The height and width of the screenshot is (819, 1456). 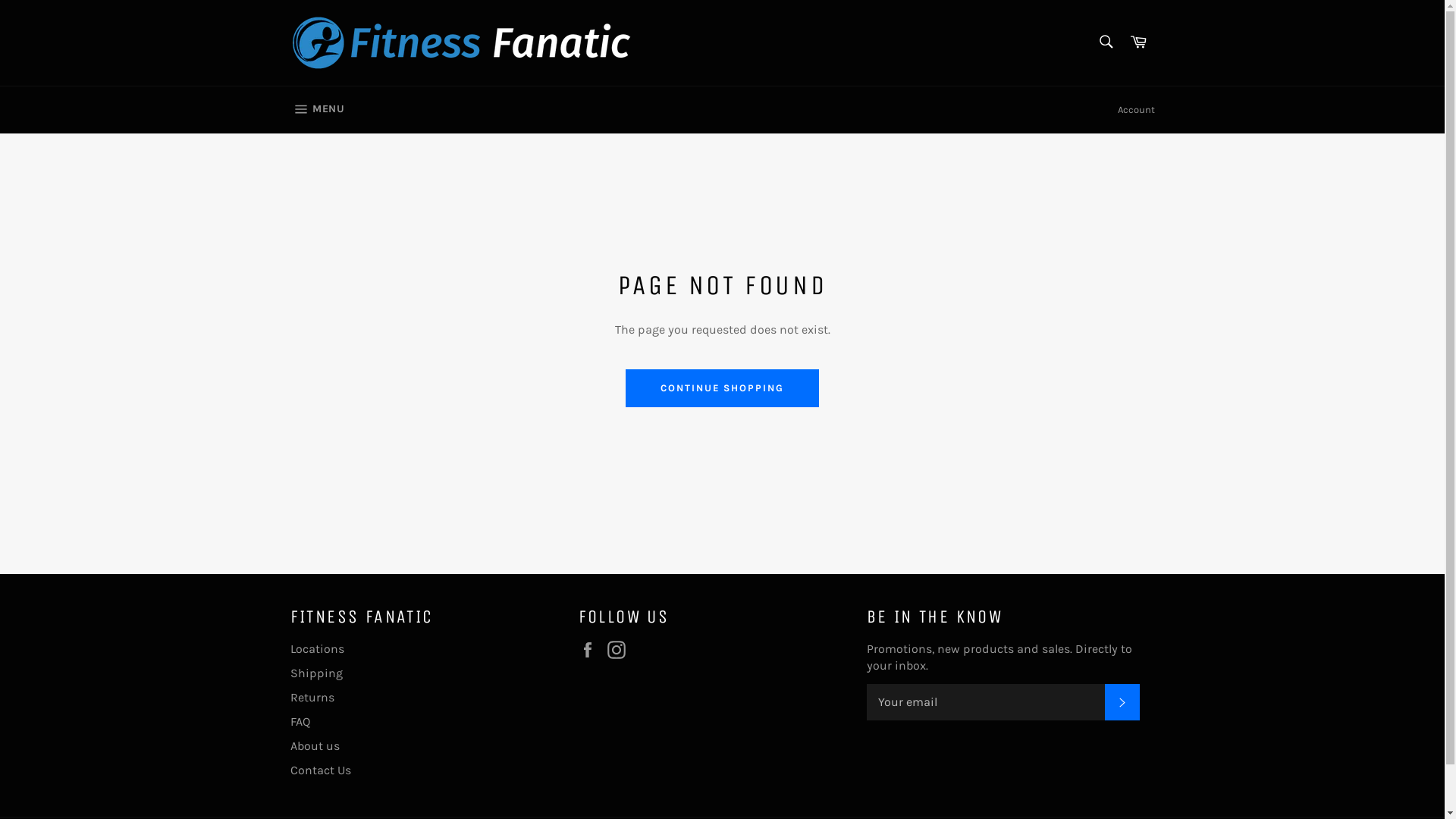 What do you see at coordinates (1087, 40) in the screenshot?
I see `'Search'` at bounding box center [1087, 40].